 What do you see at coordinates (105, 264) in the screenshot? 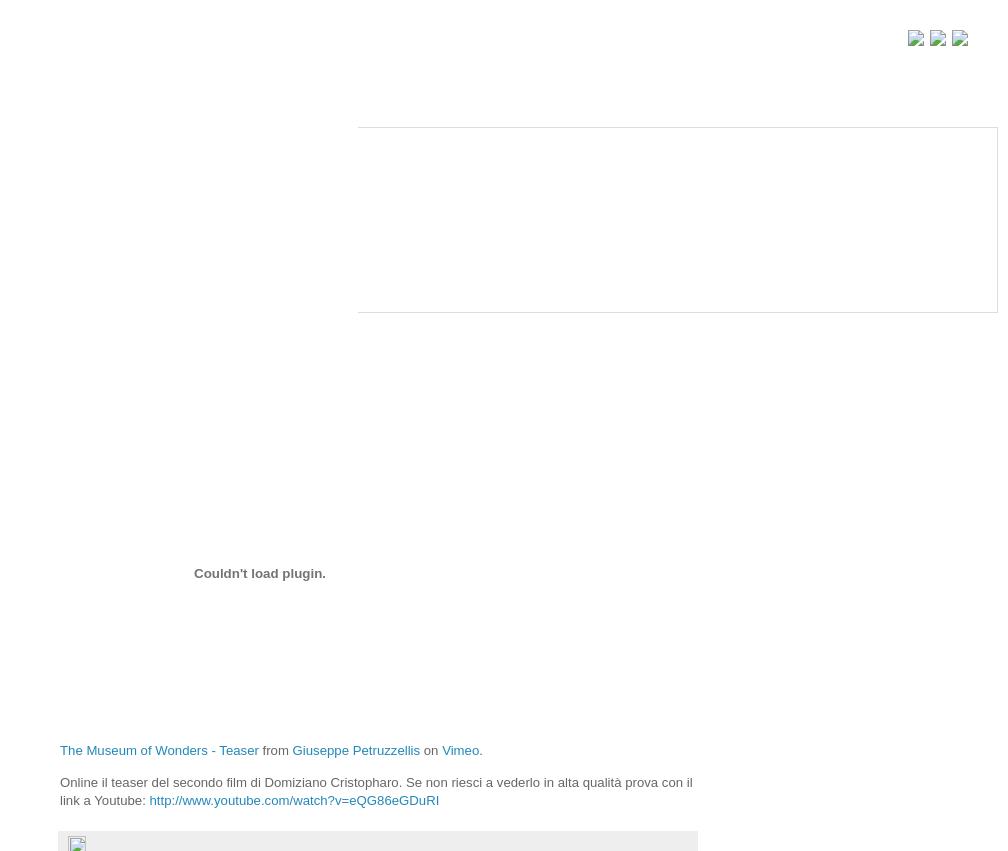
I see `'SERVICES'` at bounding box center [105, 264].